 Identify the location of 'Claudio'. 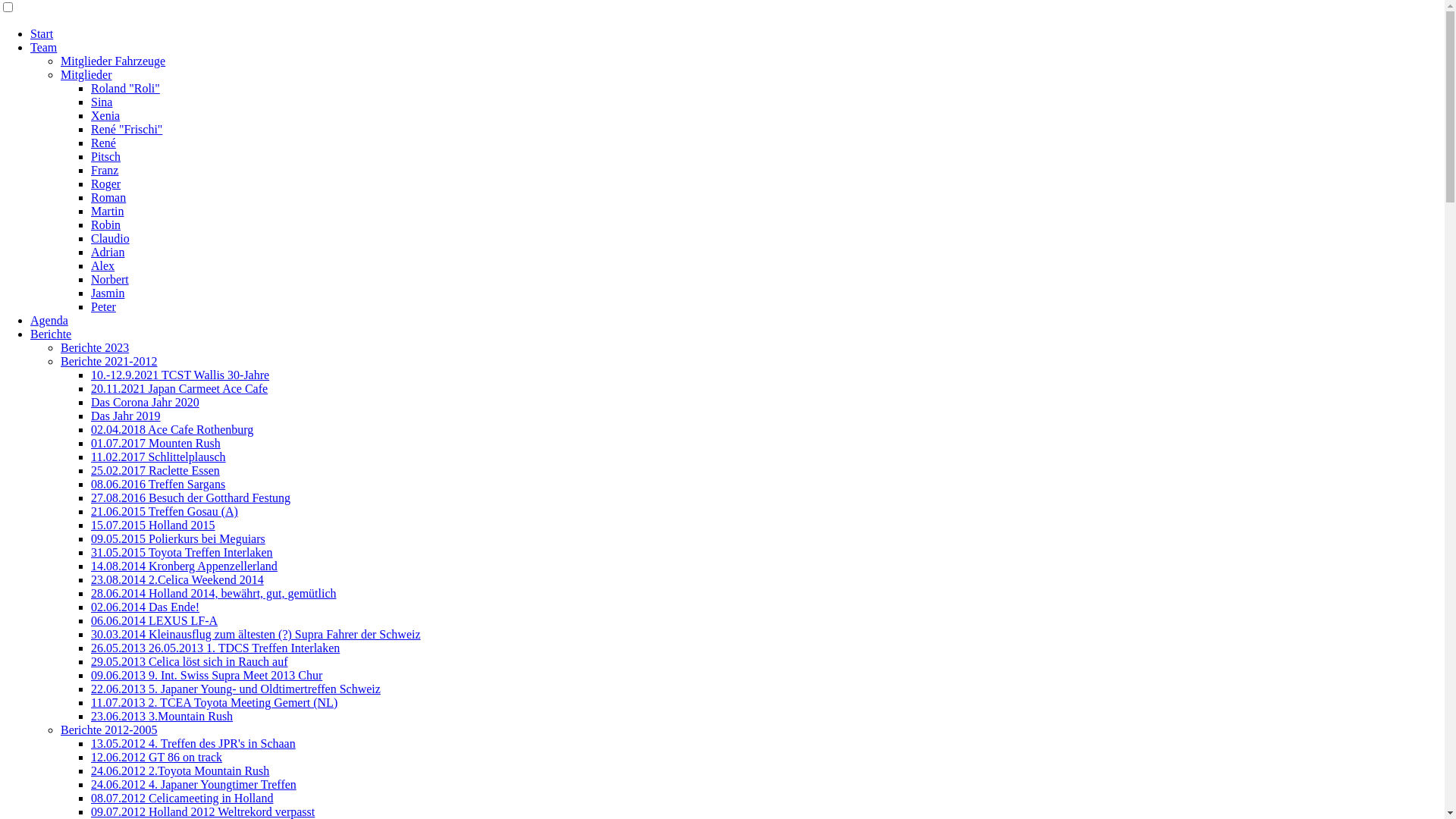
(109, 238).